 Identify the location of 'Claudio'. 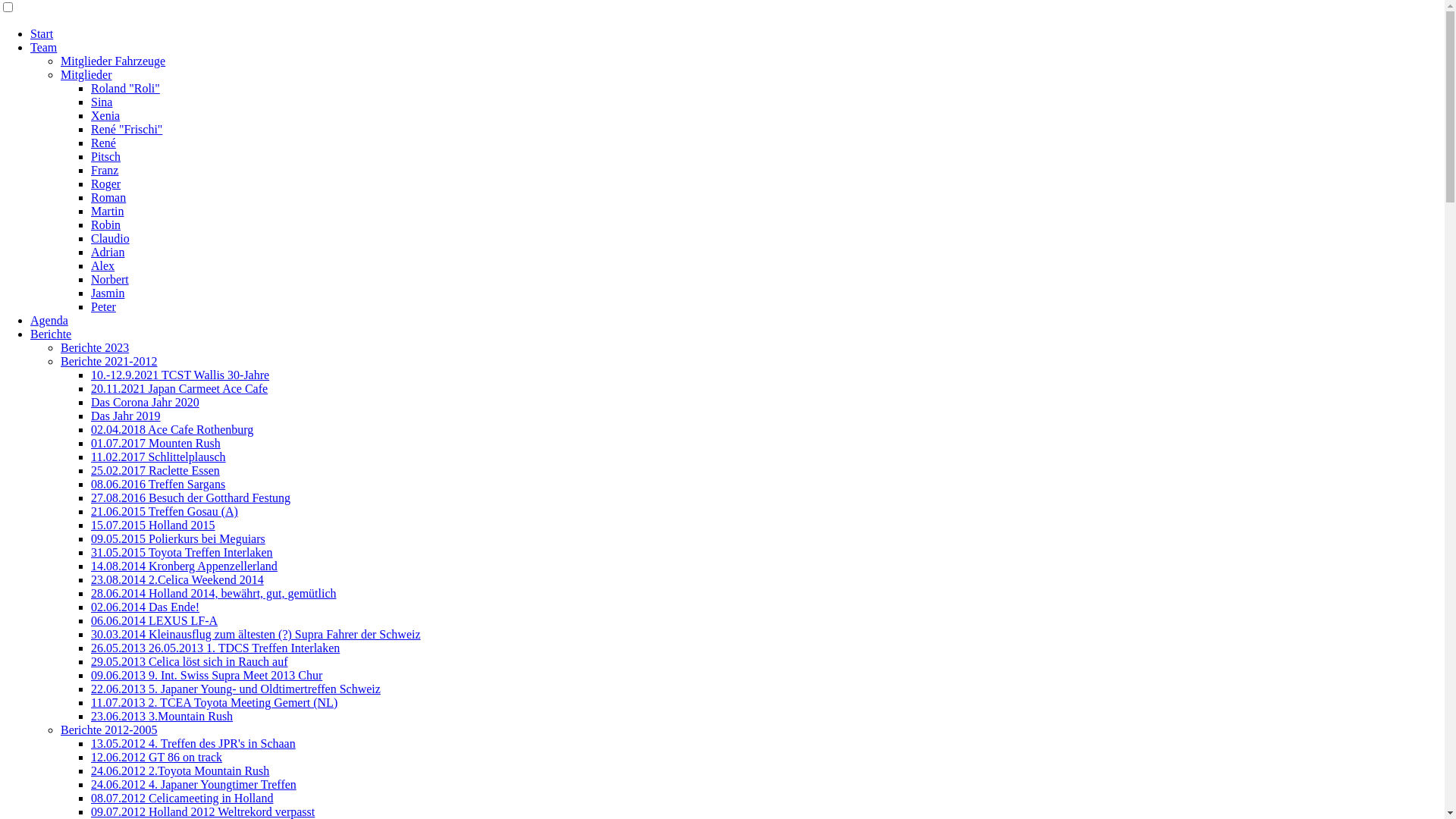
(109, 238).